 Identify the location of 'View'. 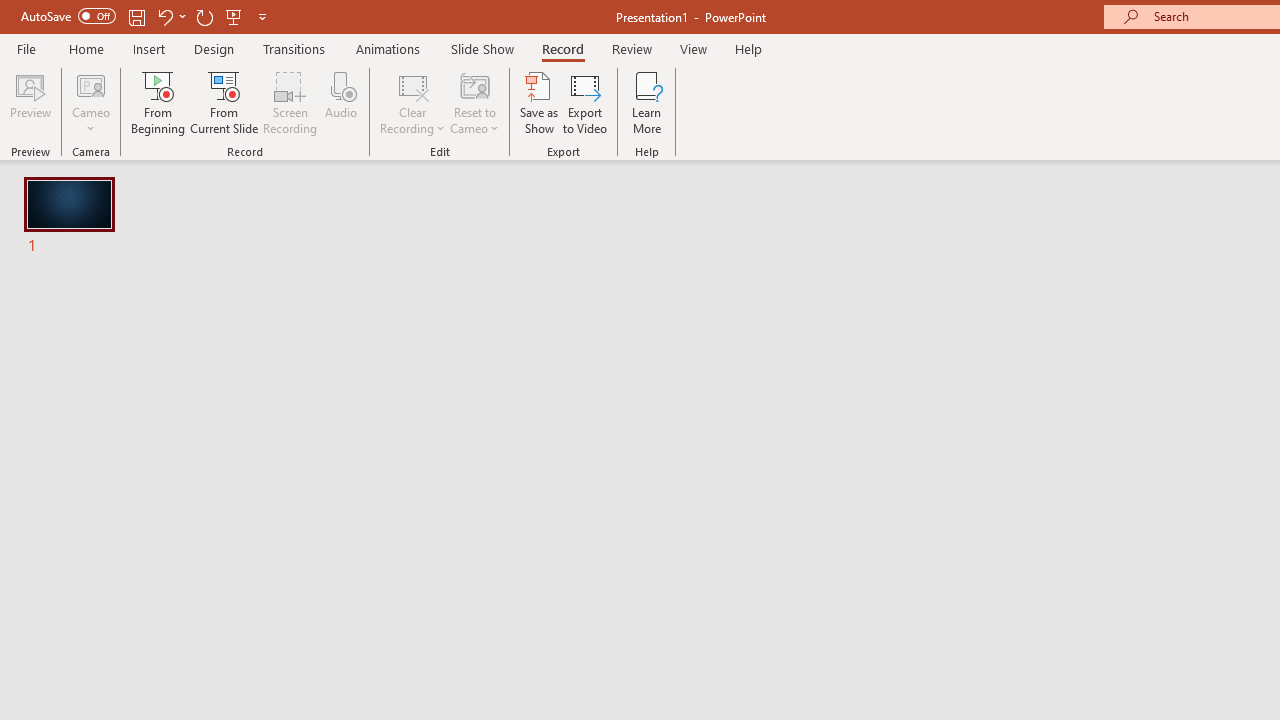
(693, 48).